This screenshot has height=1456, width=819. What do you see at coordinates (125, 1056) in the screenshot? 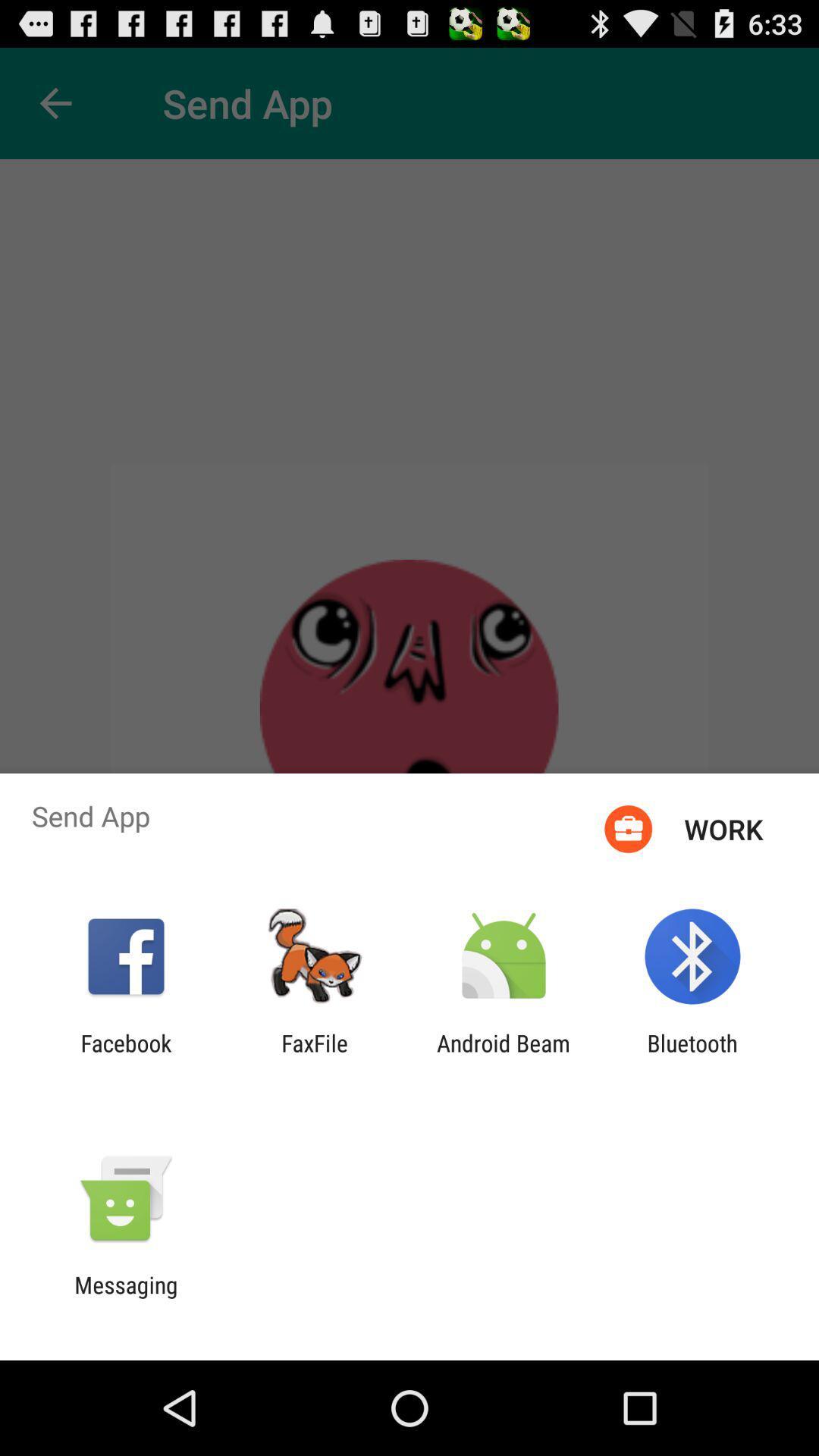
I see `facebook app` at bounding box center [125, 1056].